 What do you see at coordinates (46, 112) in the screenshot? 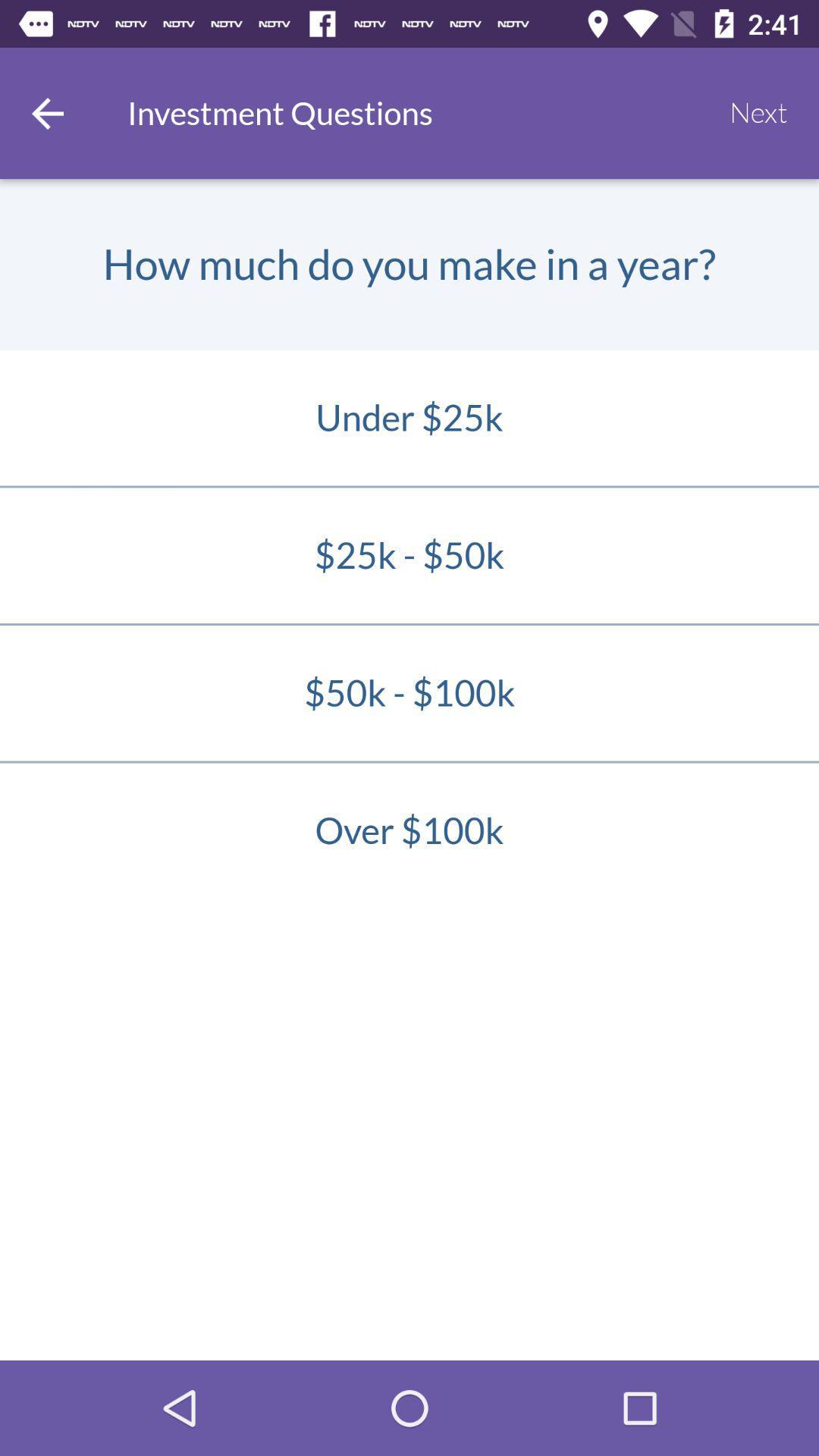
I see `the item at the top left corner` at bounding box center [46, 112].